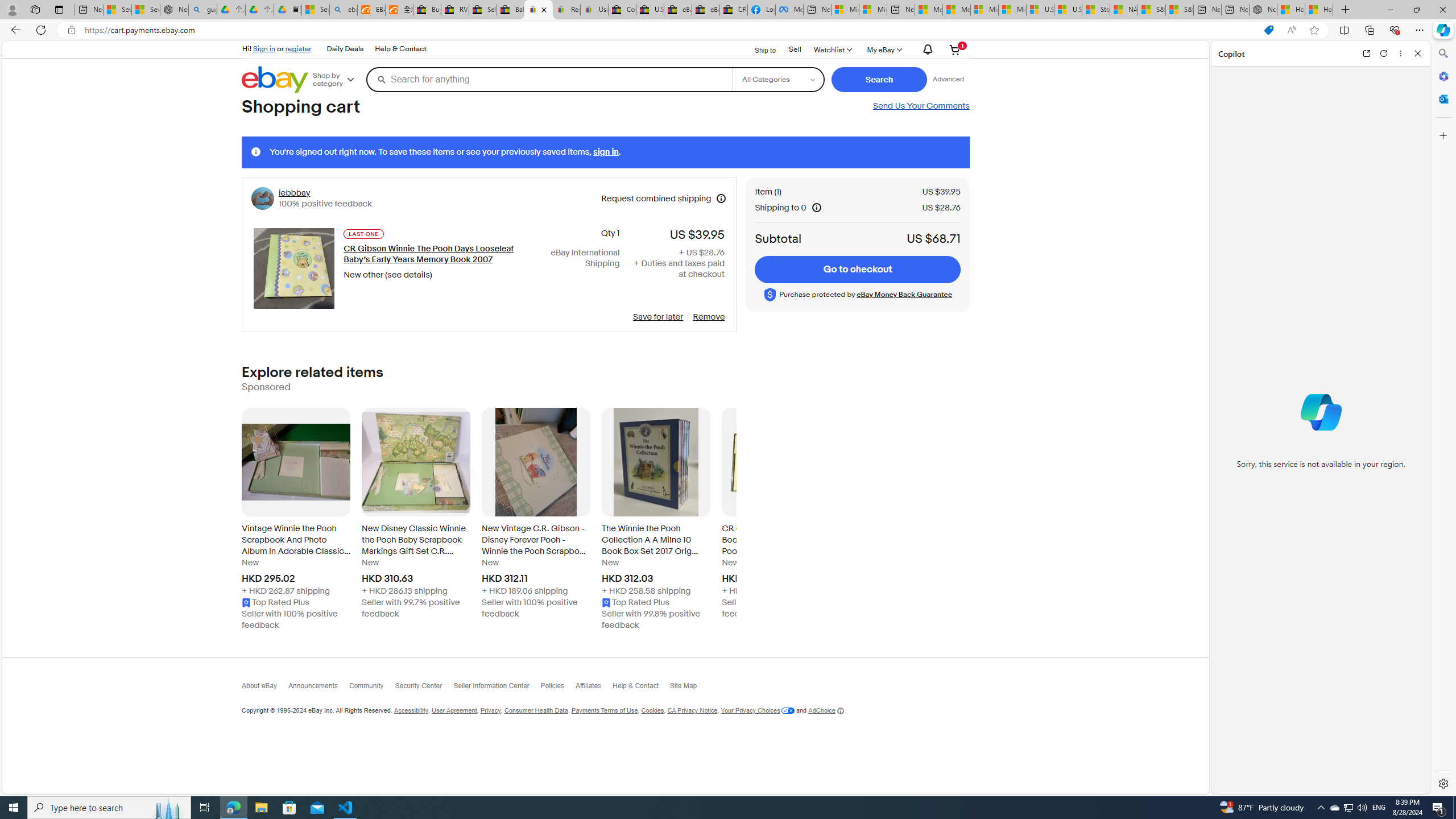  Describe the element at coordinates (264, 688) in the screenshot. I see `'About eBay'` at that location.